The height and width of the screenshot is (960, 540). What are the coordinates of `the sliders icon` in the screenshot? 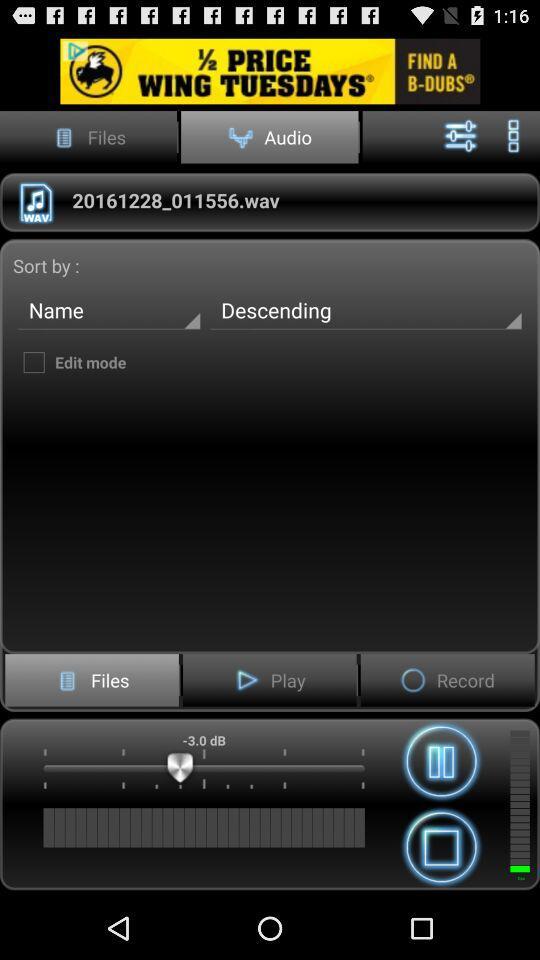 It's located at (461, 144).